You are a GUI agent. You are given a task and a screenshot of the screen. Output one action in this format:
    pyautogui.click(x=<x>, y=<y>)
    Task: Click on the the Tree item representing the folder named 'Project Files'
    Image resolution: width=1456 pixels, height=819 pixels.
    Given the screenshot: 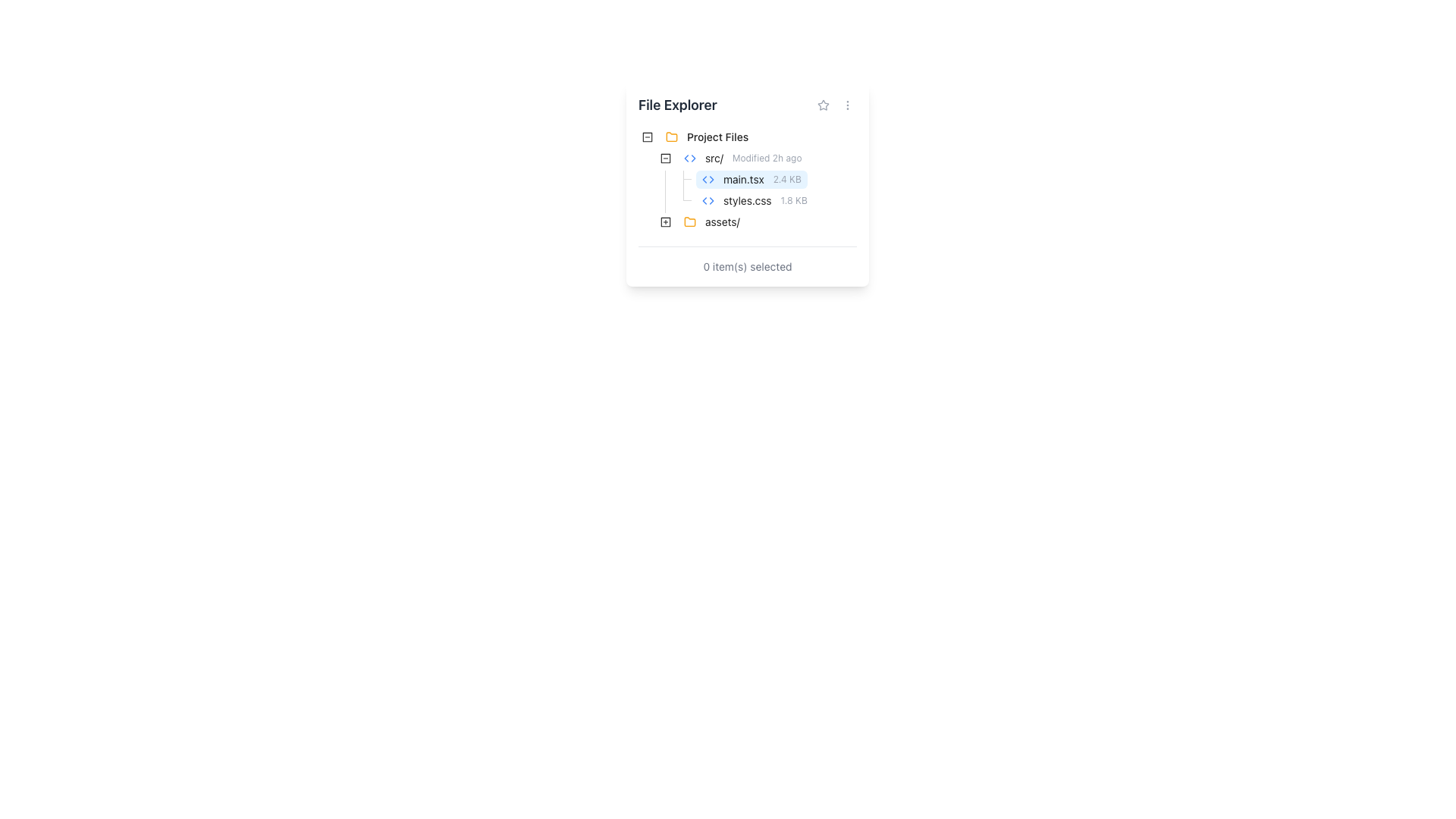 What is the action you would take?
    pyautogui.click(x=701, y=137)
    